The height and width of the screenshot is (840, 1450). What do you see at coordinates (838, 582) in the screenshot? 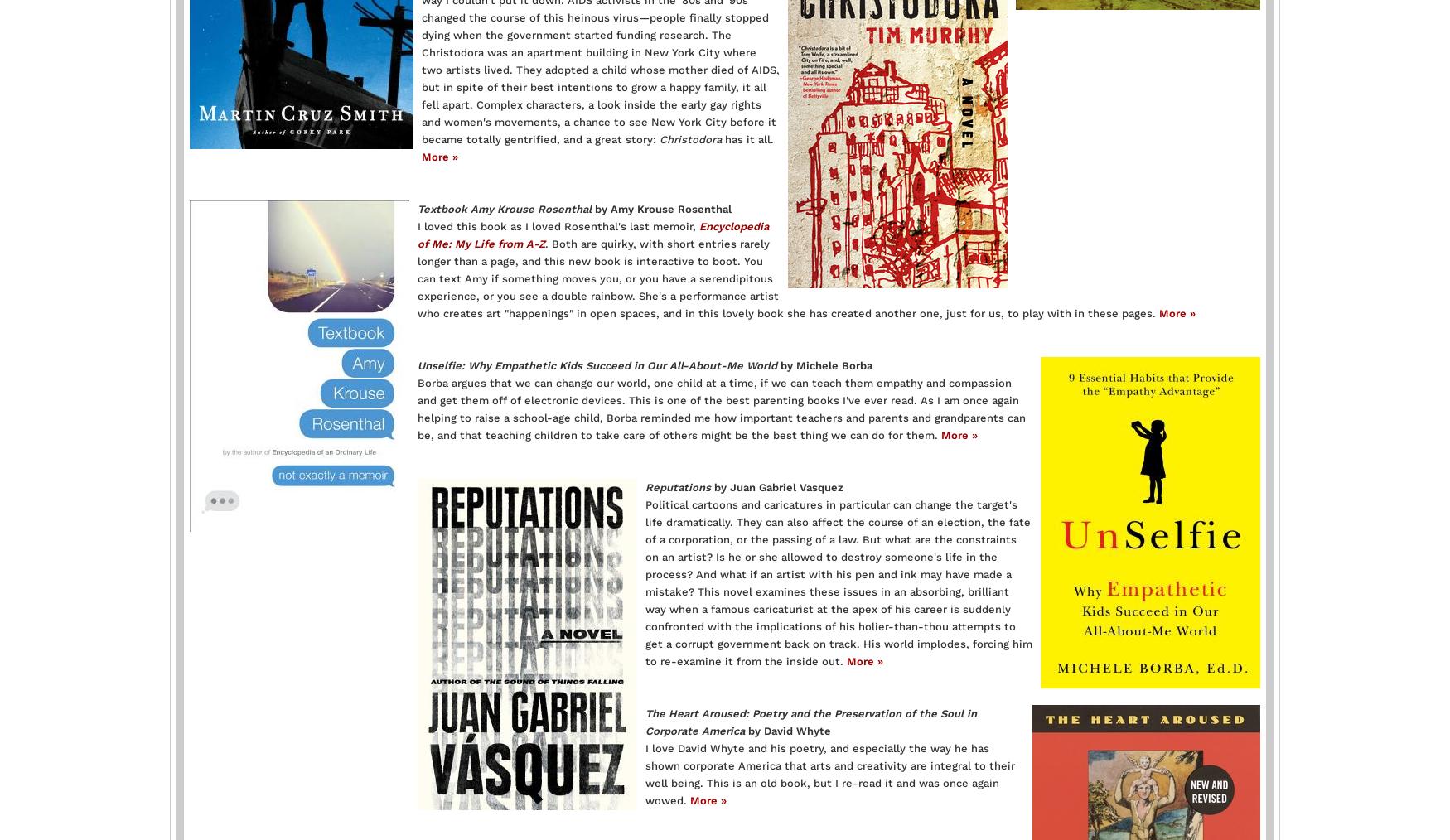
I see `'Political cartoons and caricatures in particular can change the target's life dramatically. They can also affect the course of an election, the fate of a corporation, or the passing of a law. But what are the constraints on an artist? Is he or she allowed to destroy someone's life in the process? And what if an artist with his pen and ink may have made a mistake? This novel examines these issues in an absorbing, brilliant way when a famous caricaturist at the apex of his career is suddenly confronted with the implications of his holier-than-thou attempts to get a corrupt government back on track. His world implodes, forcing him to re-examine it from the inside out.'` at bounding box center [838, 582].